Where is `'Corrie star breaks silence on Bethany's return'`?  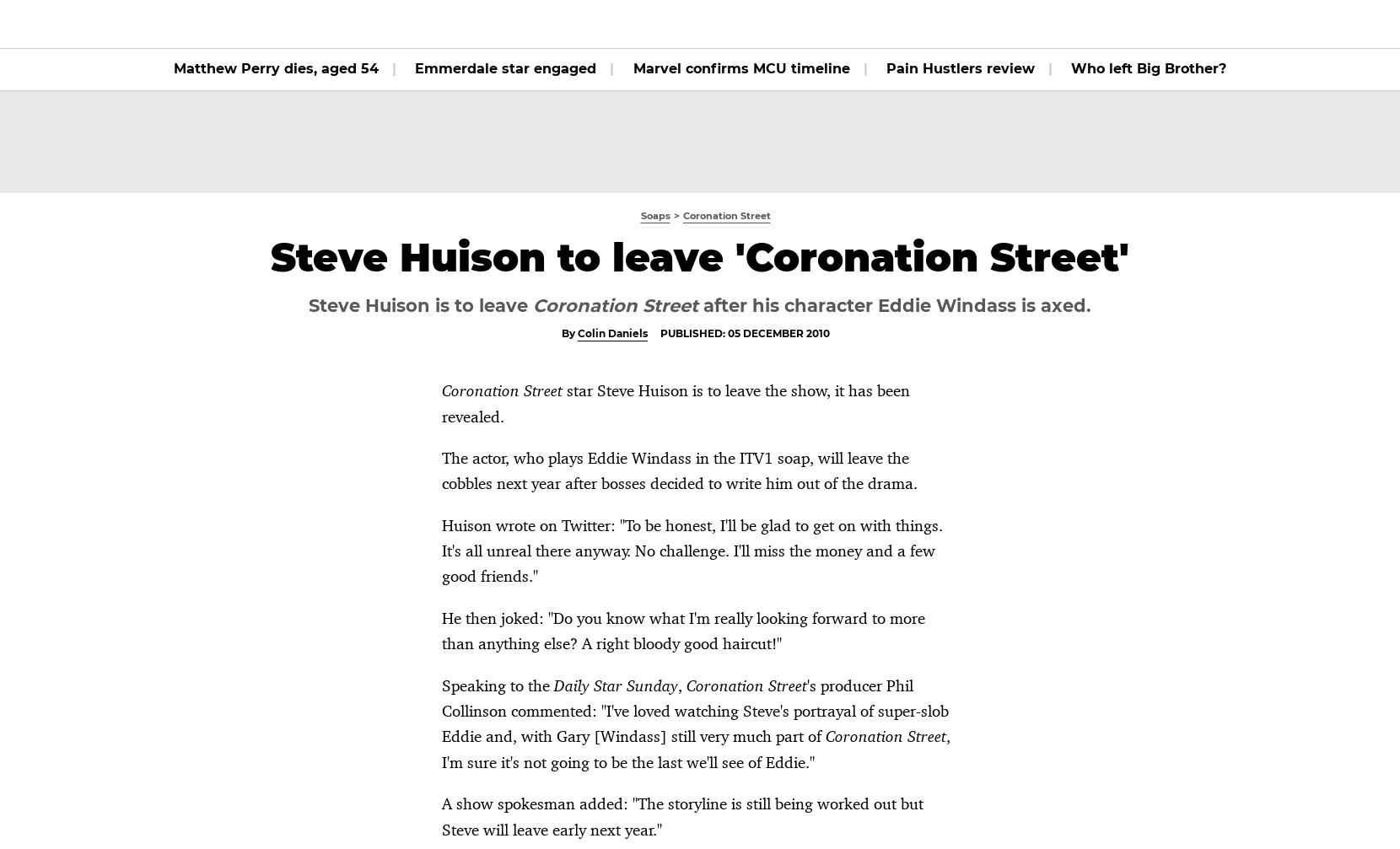
'Corrie star breaks silence on Bethany's return' is located at coordinates (311, 516).